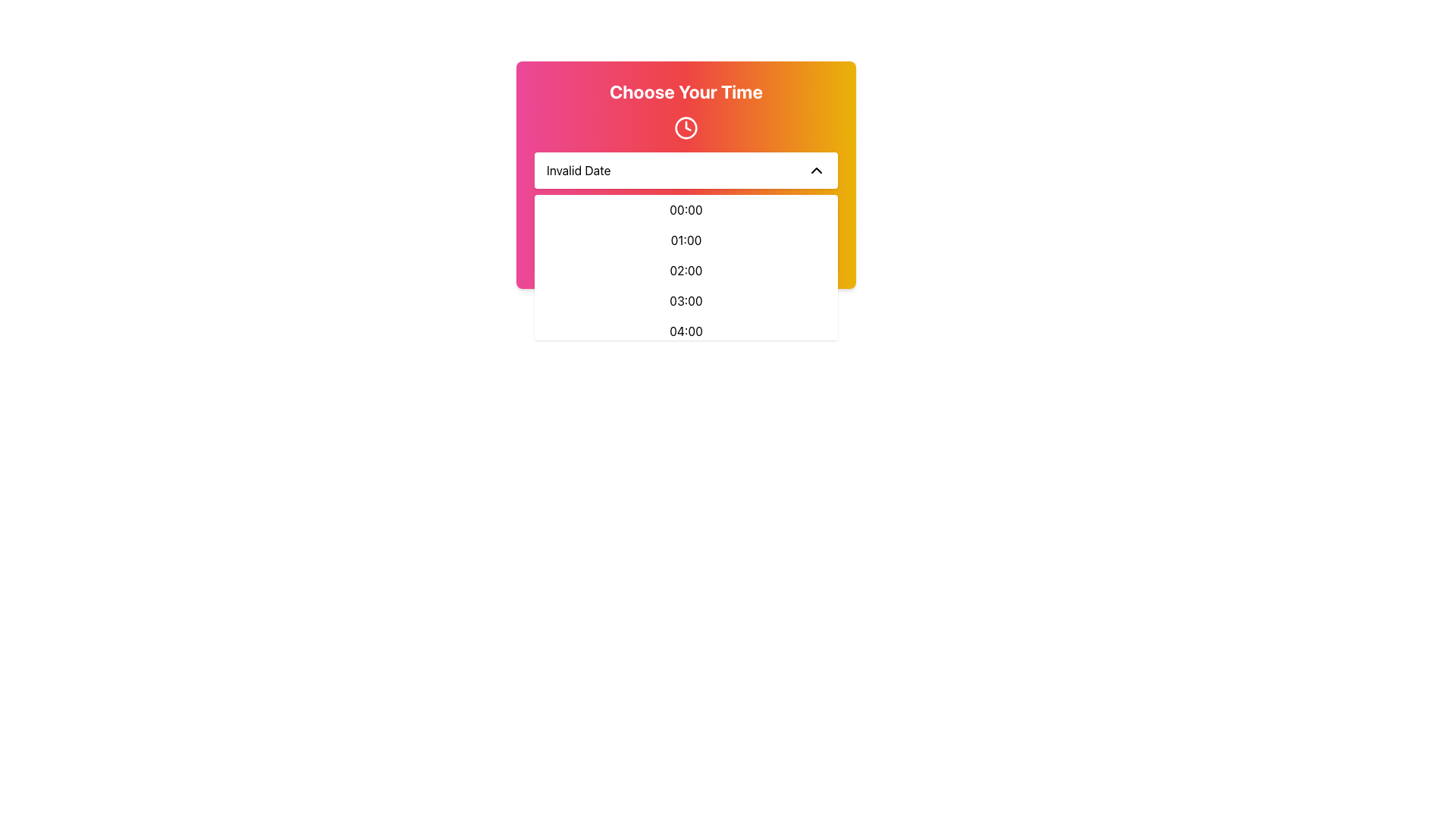 The image size is (1456, 819). What do you see at coordinates (686, 239) in the screenshot?
I see `the text label displaying '01:00' in the dropdown menu` at bounding box center [686, 239].